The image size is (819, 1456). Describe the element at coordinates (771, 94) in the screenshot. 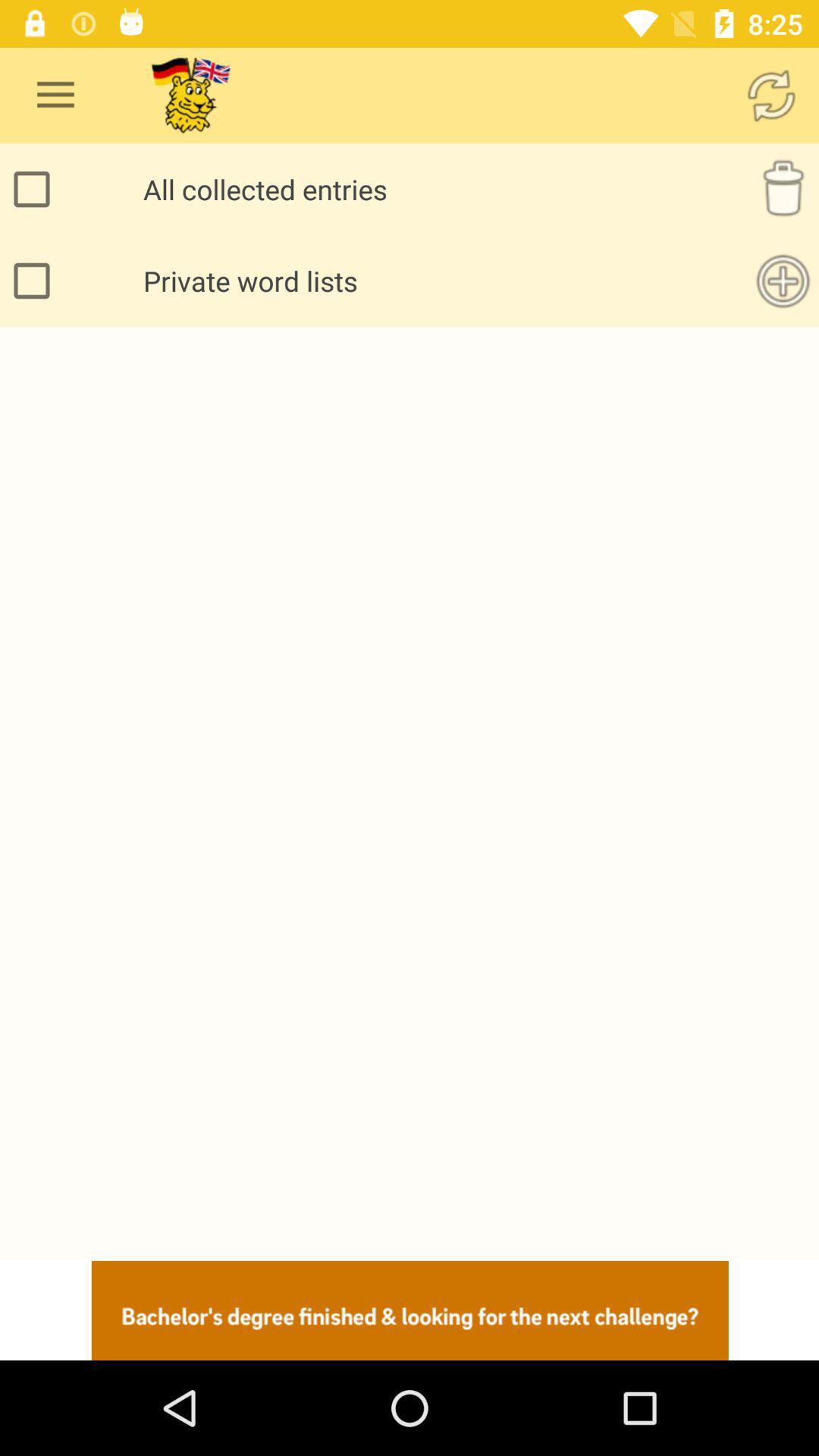

I see `refresh` at that location.